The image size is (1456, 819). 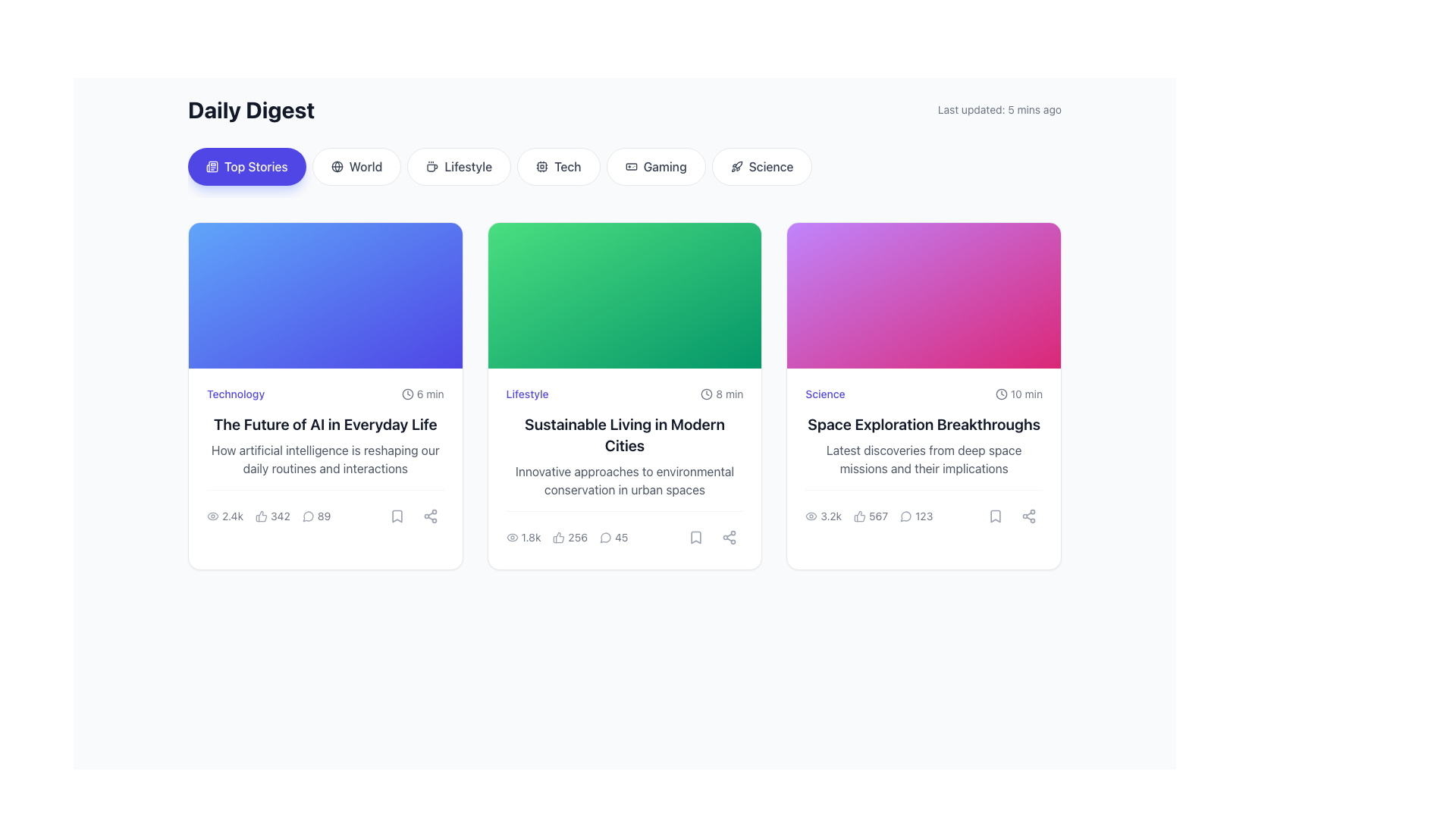 I want to click on value displayed in the text label showing '1.8k', which is located inside the second content card under the title 'Sustainable Living in Modern Cities', positioned to the left of the count indicators '256' and '45', so click(x=523, y=537).